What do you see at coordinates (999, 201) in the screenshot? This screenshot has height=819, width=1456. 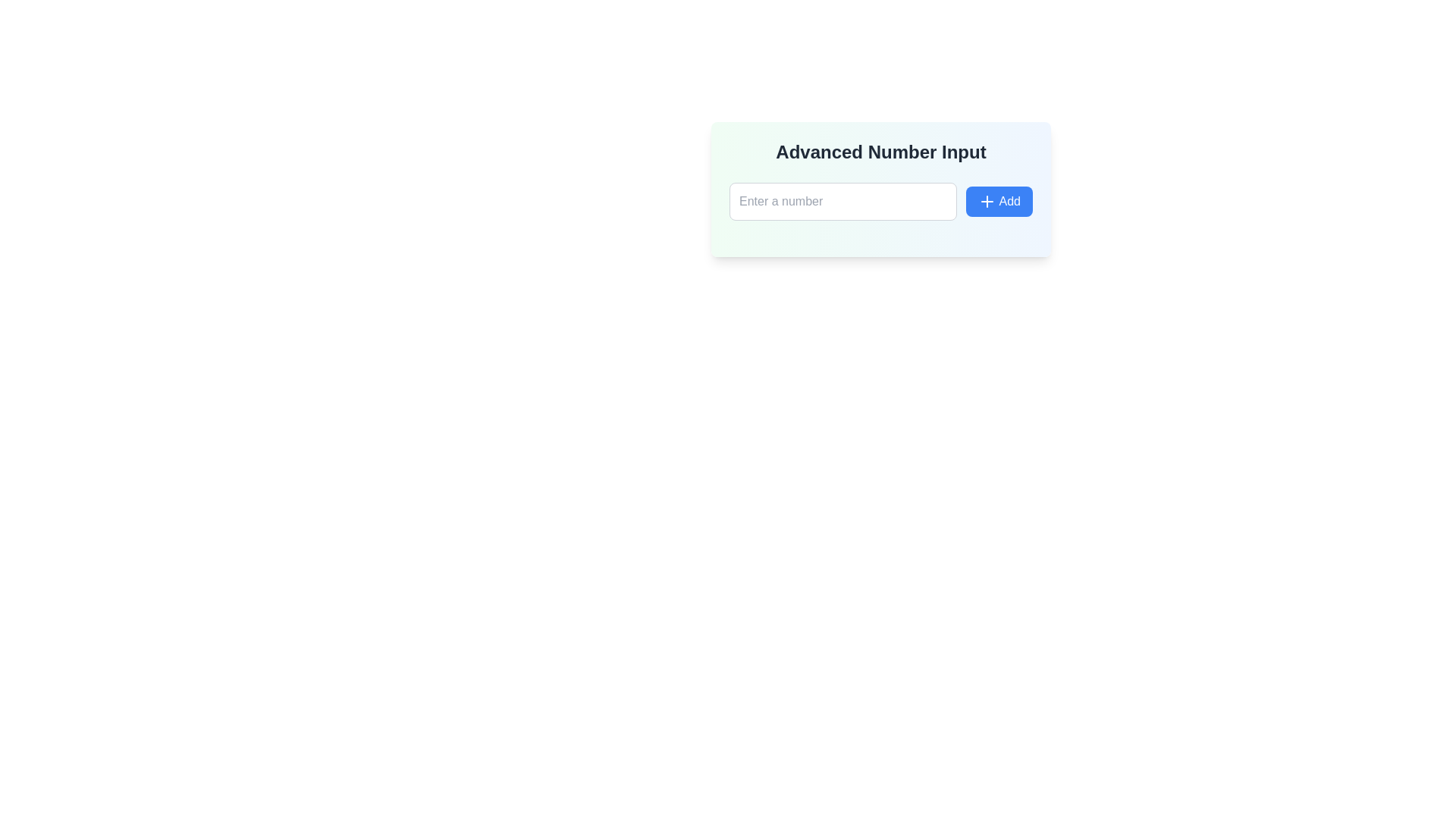 I see `the blue 'Add' button with white text` at bounding box center [999, 201].